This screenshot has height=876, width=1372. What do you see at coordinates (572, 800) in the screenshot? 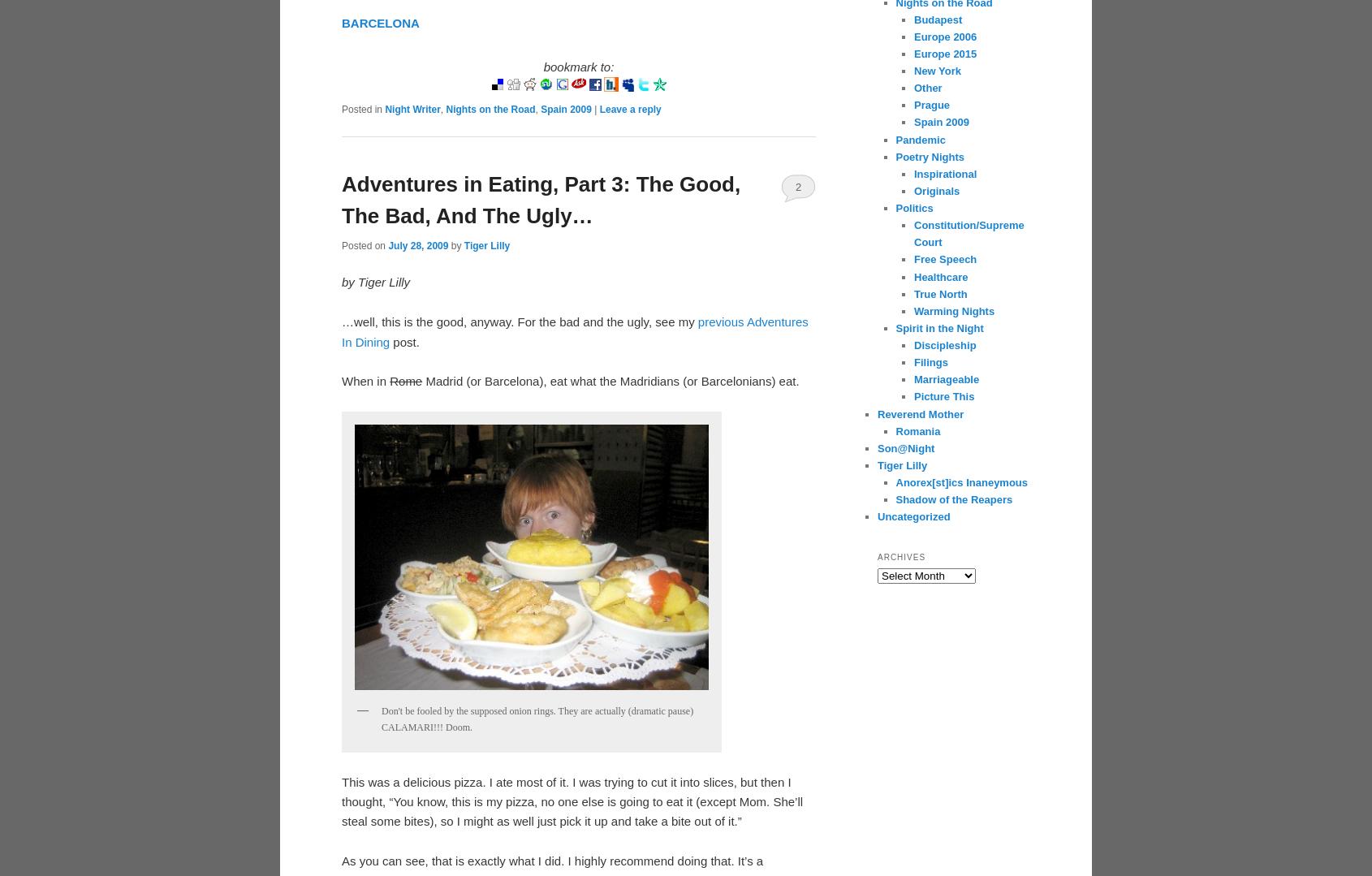
I see `'This was a delicious pizza. I ate most of it. I was trying to cut it into slices, but then I thought, “You know, this is my pizza, no one else is going to eat it (except Mom. She’ll steal some bites), so I might as well just pick it up and take a bite out of it.”'` at bounding box center [572, 800].